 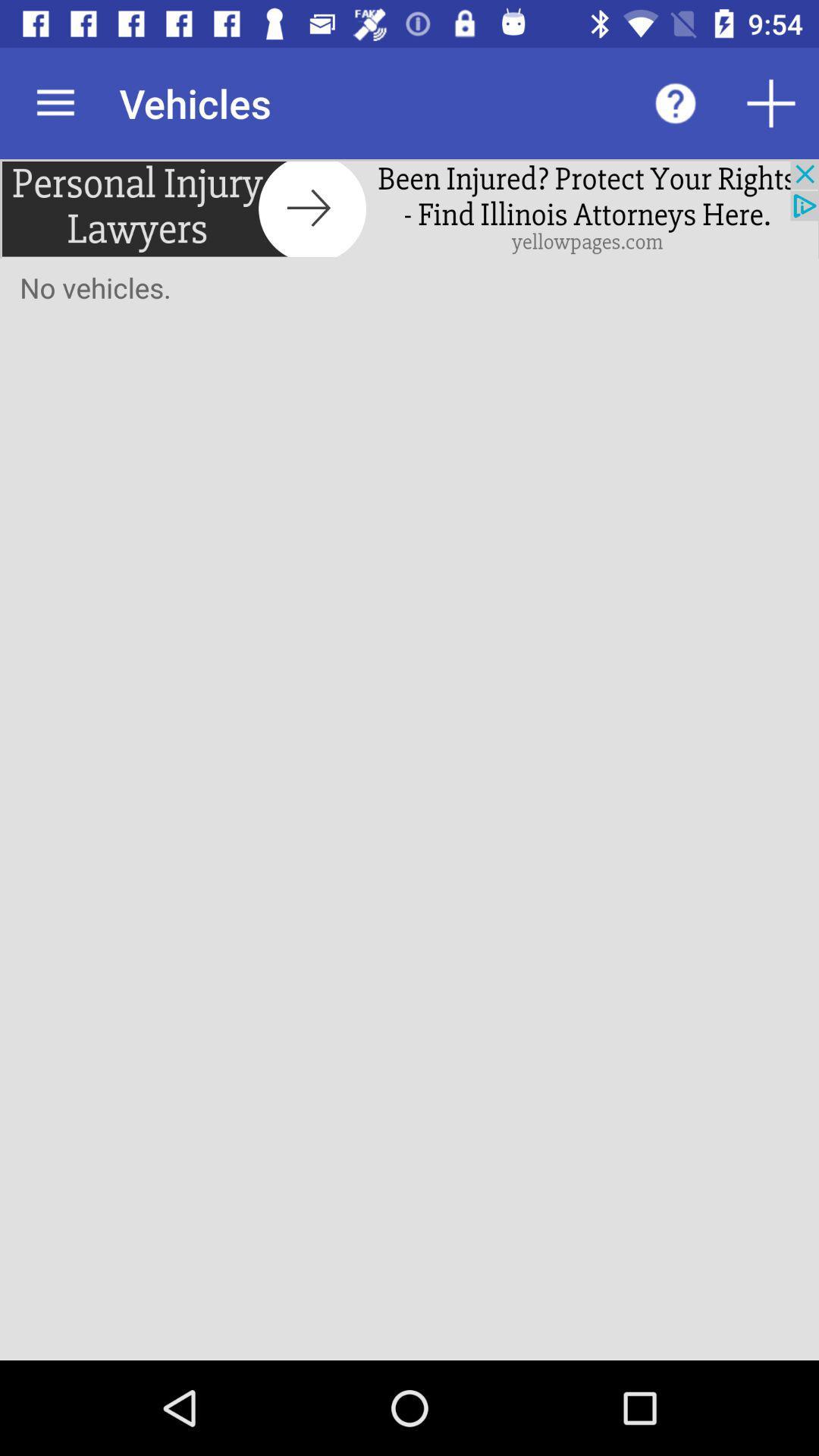 I want to click on fuel consumption, so click(x=771, y=102).